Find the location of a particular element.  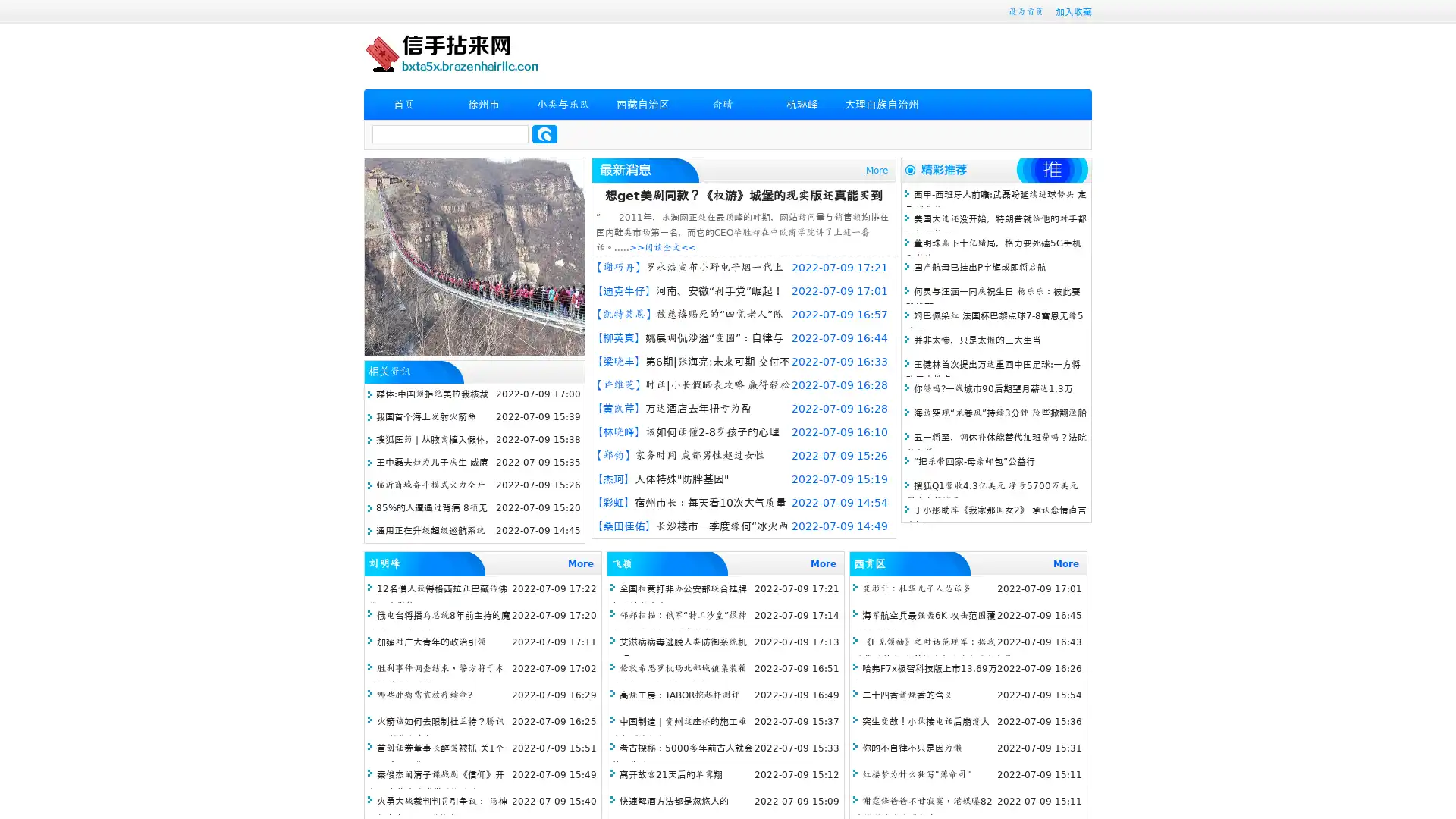

Search is located at coordinates (544, 133).